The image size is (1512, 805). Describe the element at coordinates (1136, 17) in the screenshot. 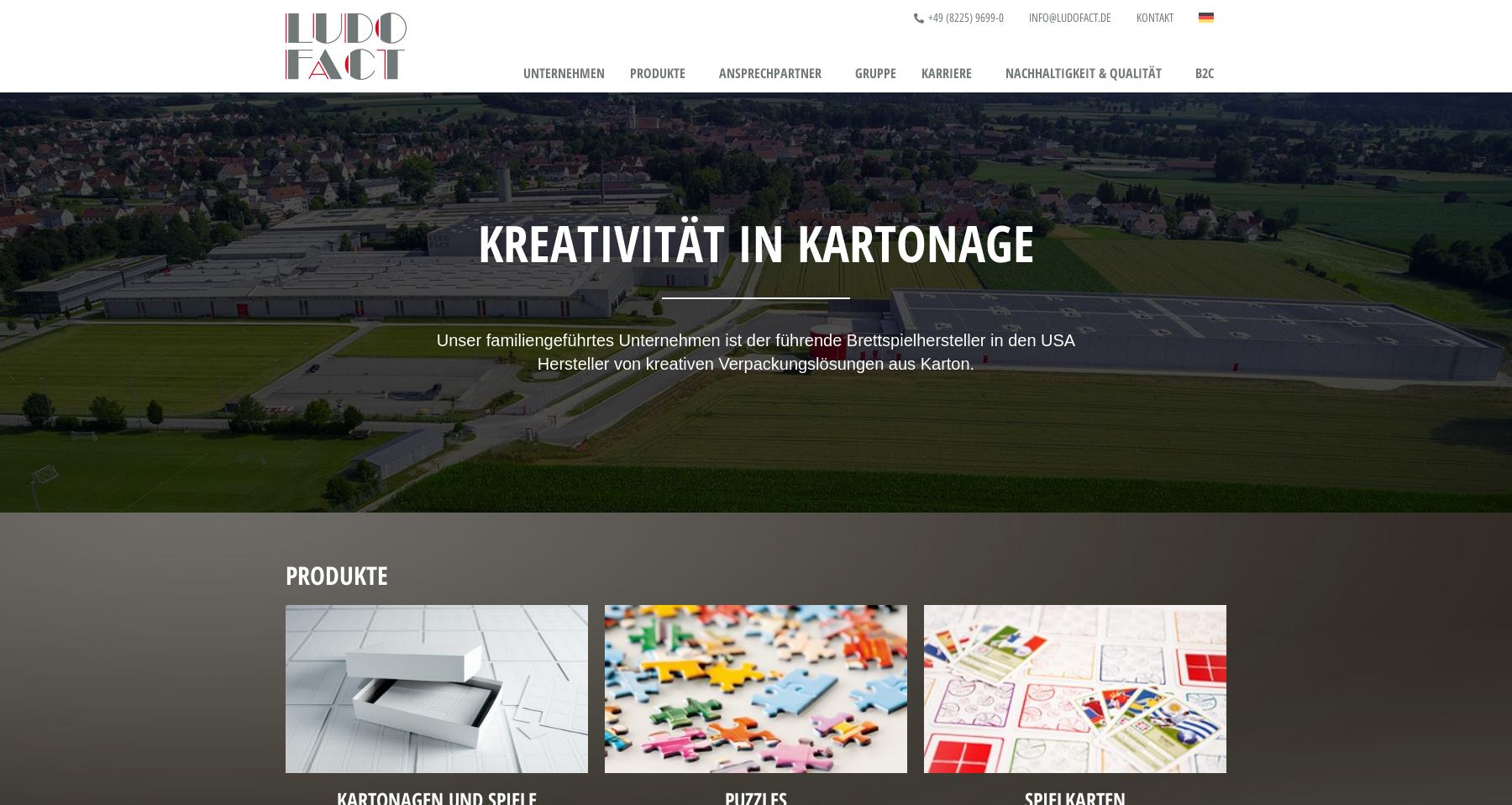

I see `'Kontakt'` at that location.